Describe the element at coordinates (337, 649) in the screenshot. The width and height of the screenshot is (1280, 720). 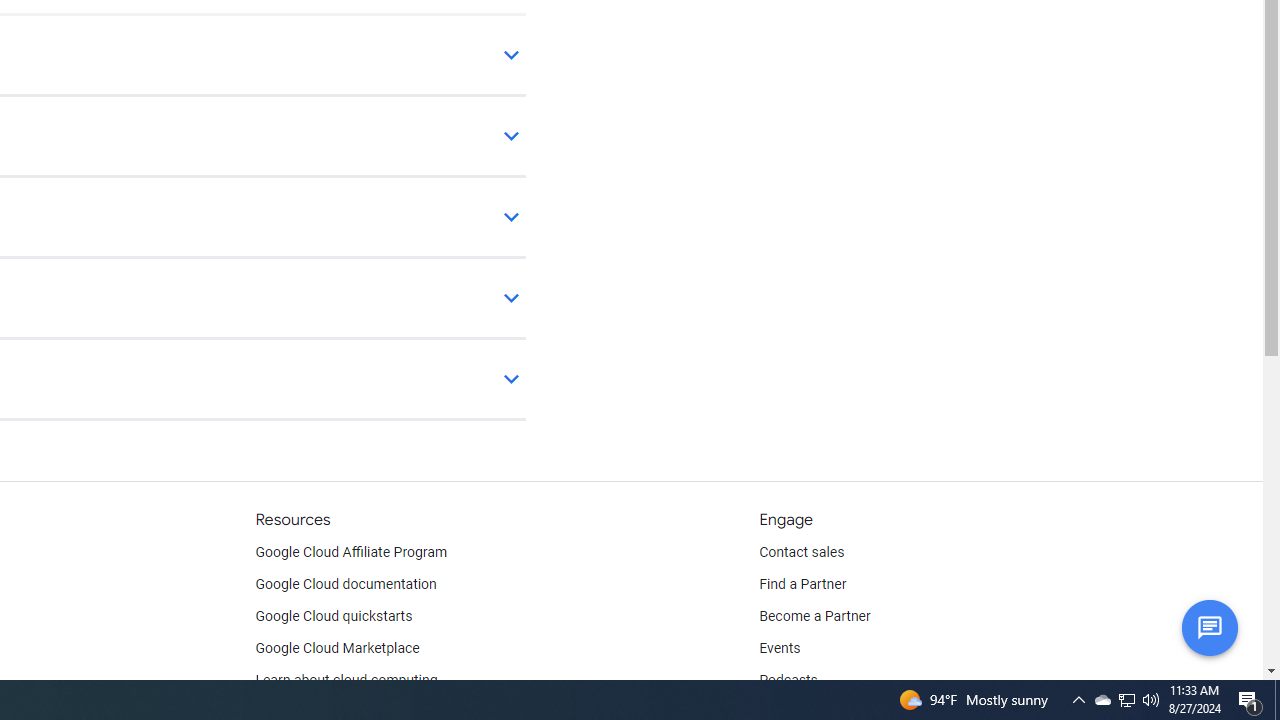
I see `'Google Cloud Marketplace'` at that location.